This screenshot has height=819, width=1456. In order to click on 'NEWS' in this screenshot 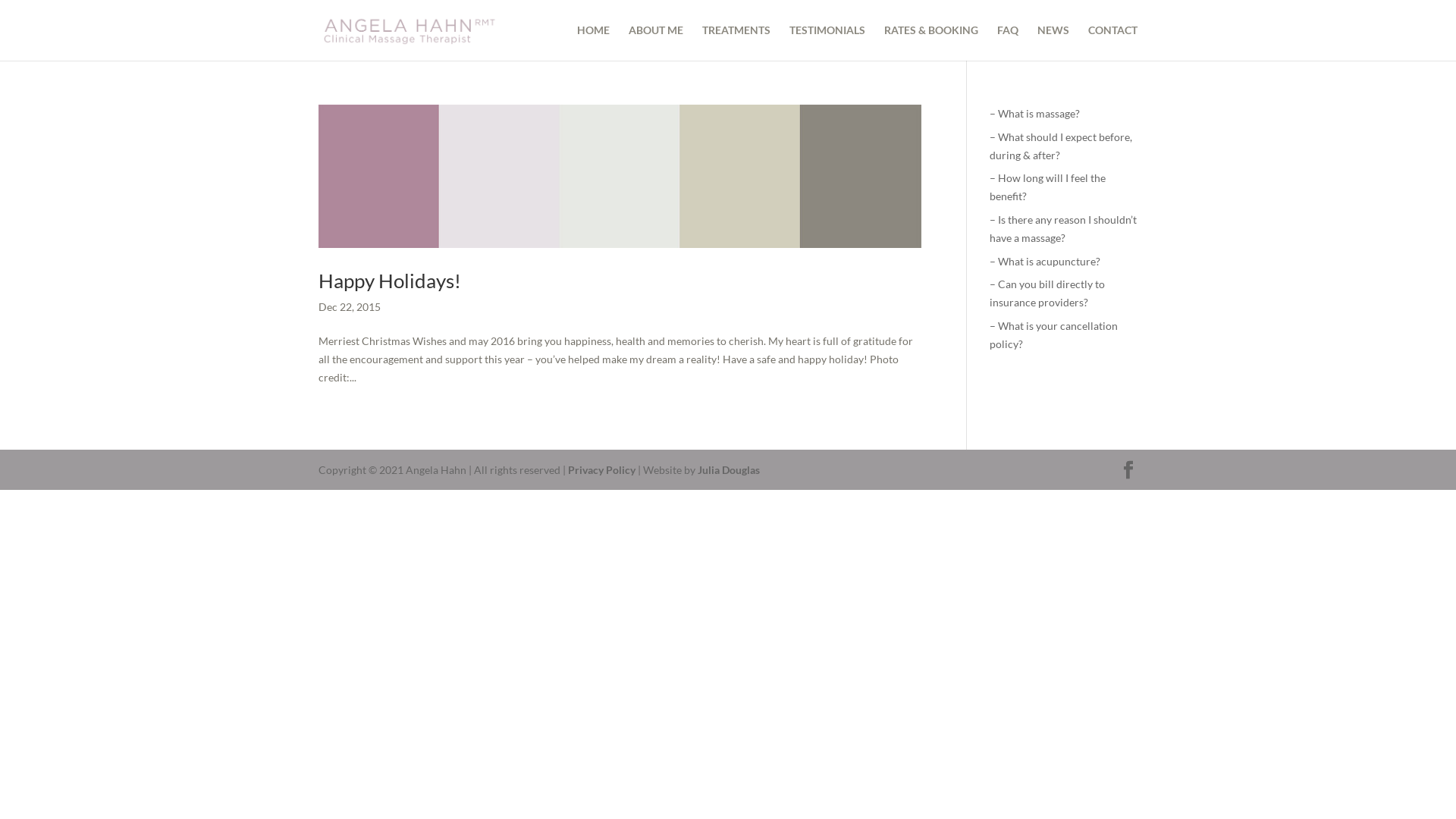, I will do `click(1052, 42)`.